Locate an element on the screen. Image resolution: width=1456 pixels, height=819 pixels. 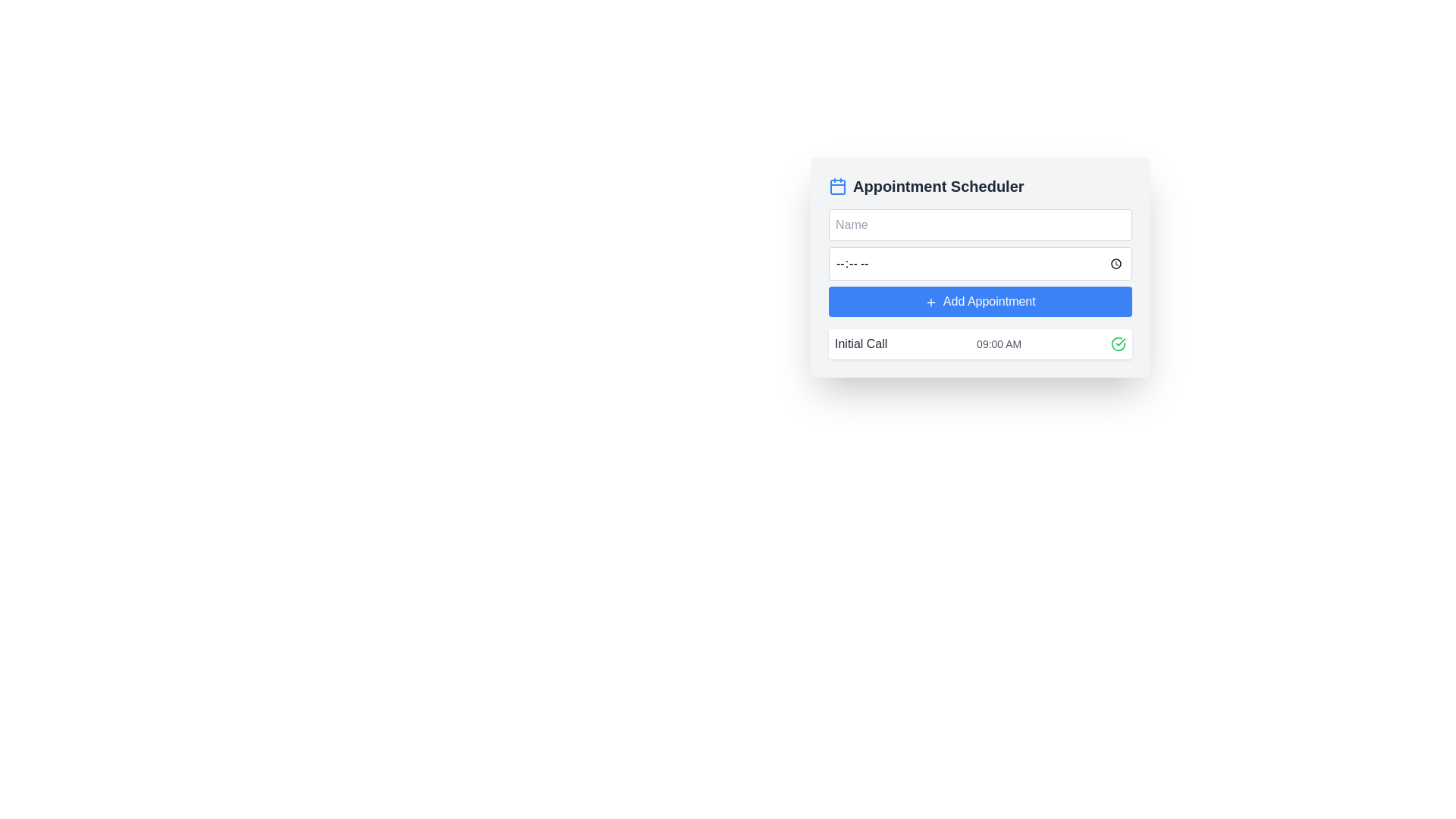
the rounded rectangular shape in the center of the calendar icon, which is part of the 'Appointment Scheduler' interface is located at coordinates (836, 186).